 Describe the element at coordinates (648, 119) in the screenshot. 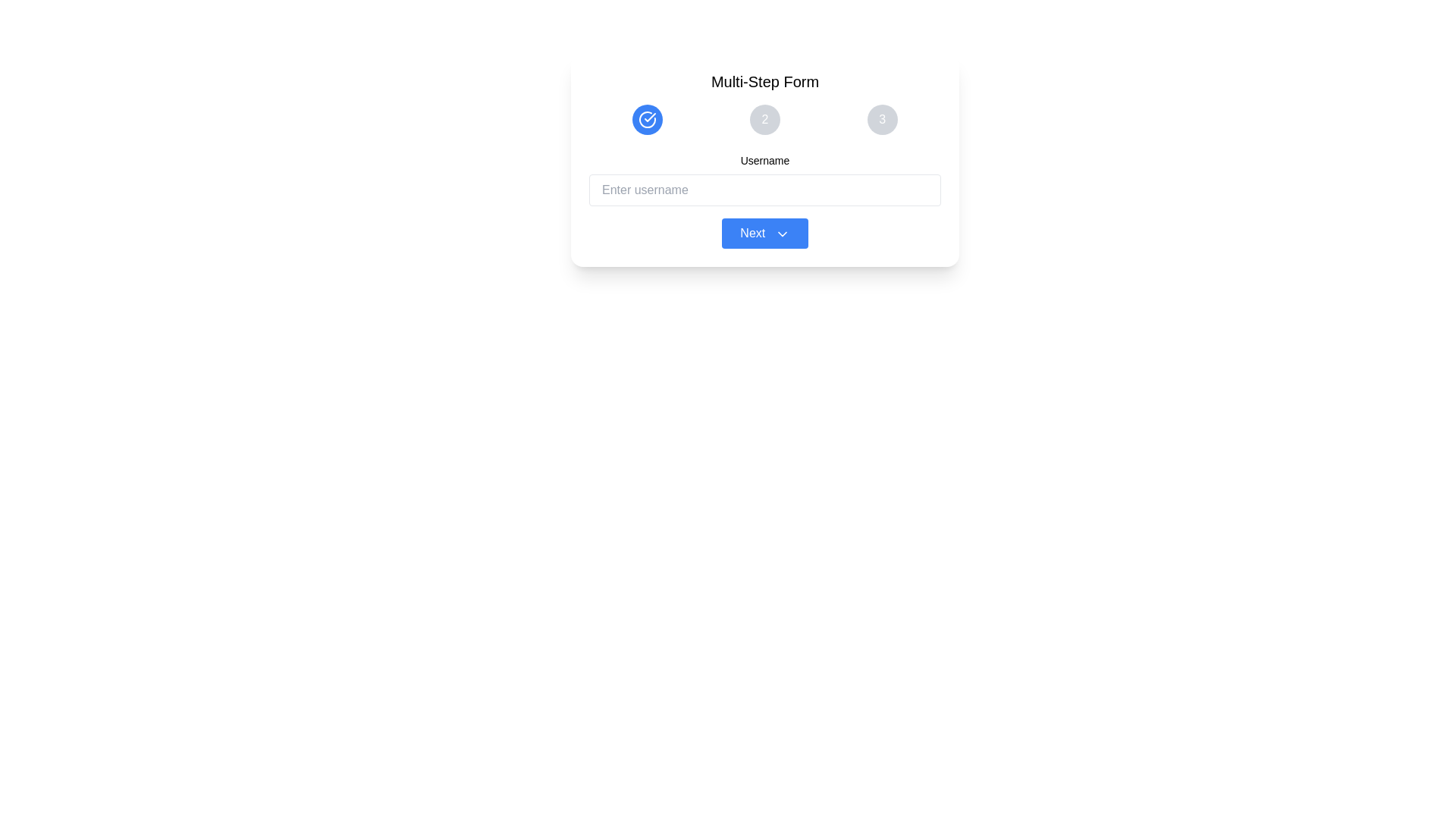

I see `the first icon in the multi-step form's status indicators to mark the completion of the first step` at that location.